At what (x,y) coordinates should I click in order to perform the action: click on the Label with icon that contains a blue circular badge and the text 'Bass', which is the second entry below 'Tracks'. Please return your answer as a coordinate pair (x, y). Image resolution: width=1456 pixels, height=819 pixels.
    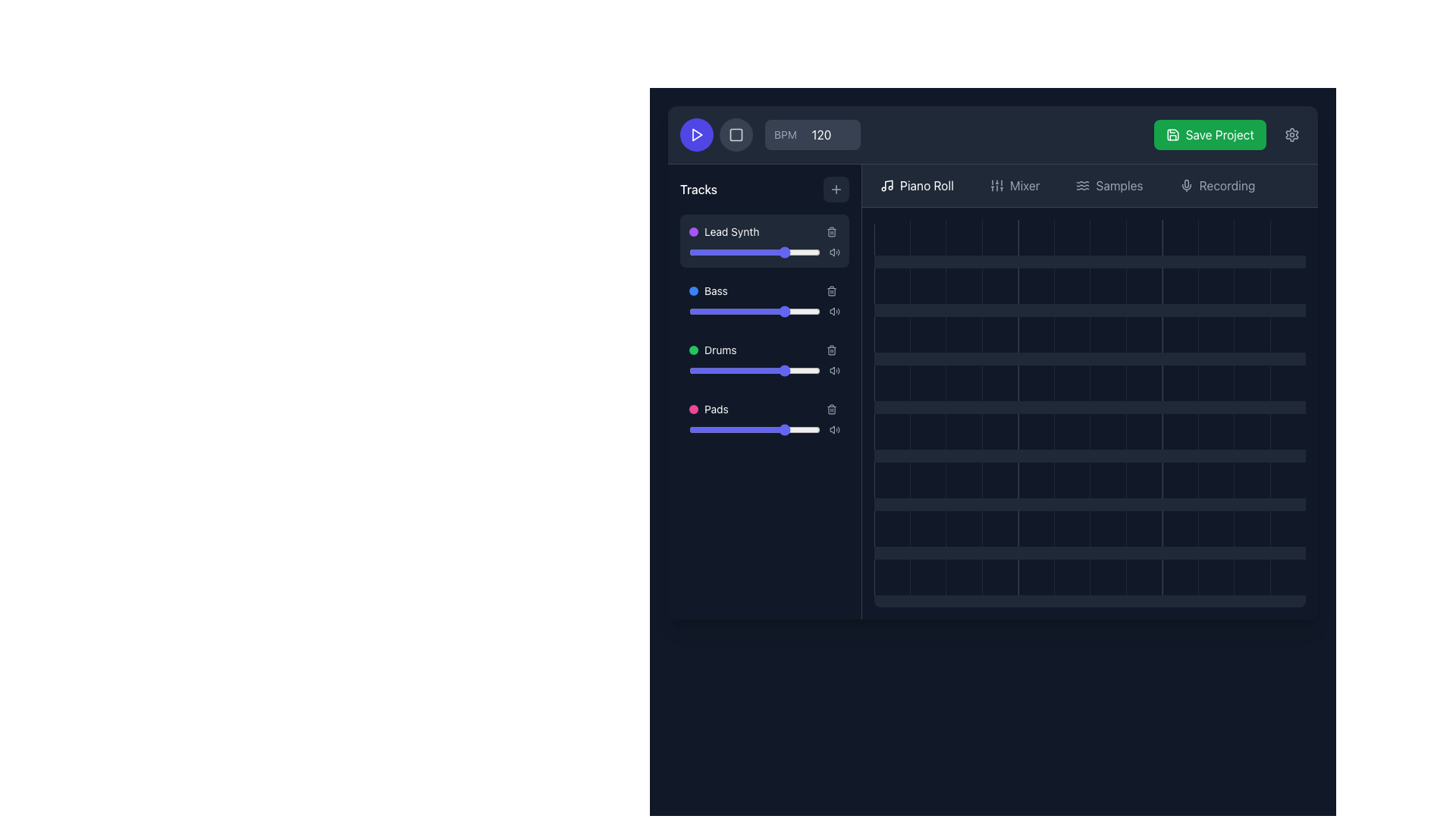
    Looking at the image, I should click on (708, 291).